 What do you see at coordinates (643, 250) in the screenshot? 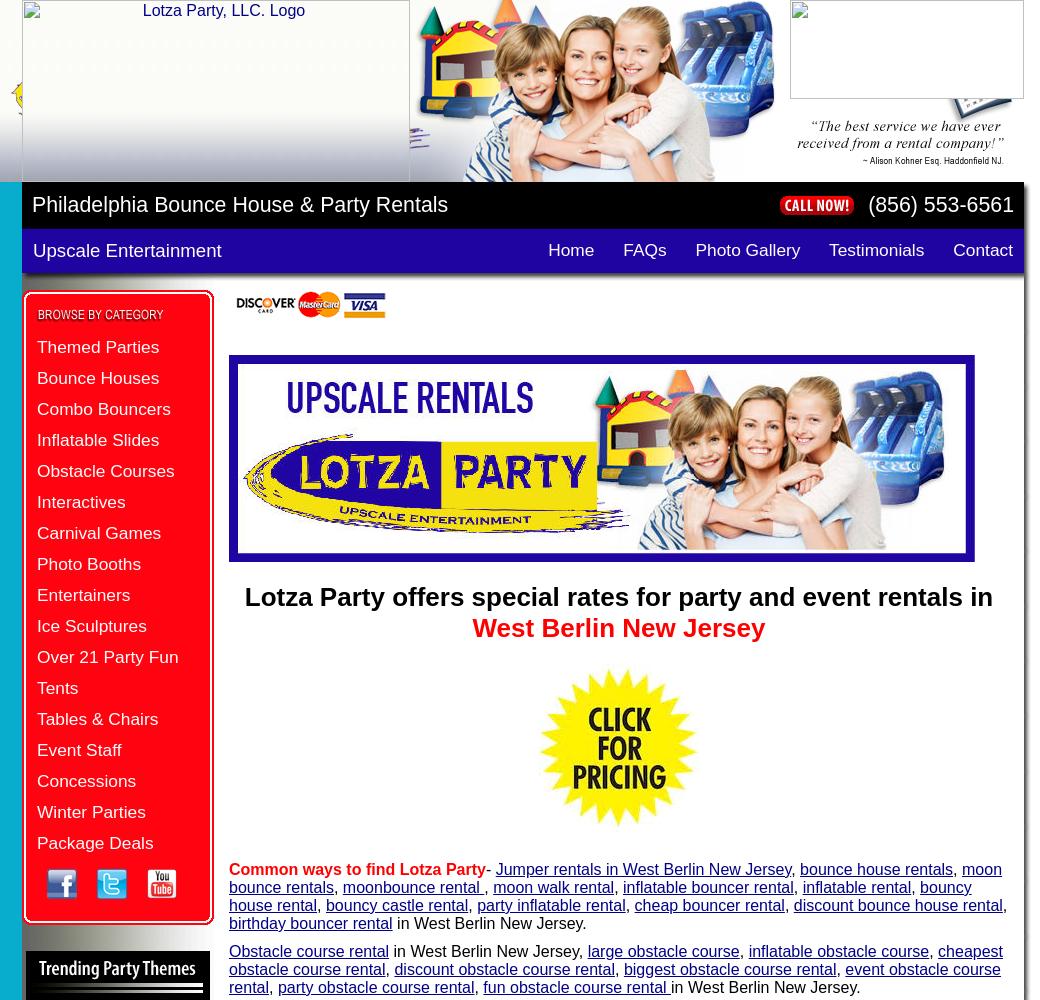
I see `'FAQs'` at bounding box center [643, 250].